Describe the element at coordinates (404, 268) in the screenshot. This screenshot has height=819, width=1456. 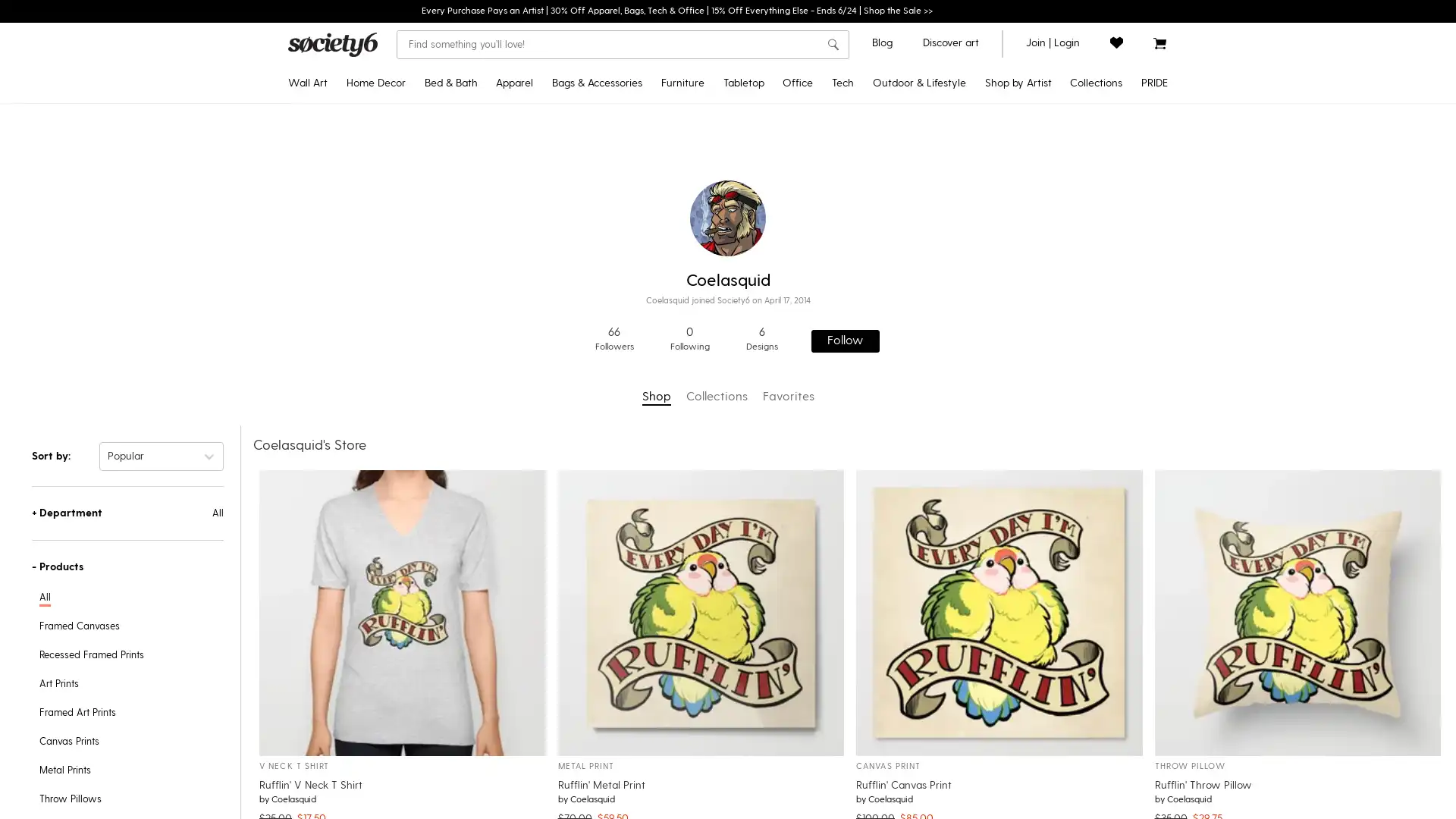
I see `Sheer Curtains` at that location.